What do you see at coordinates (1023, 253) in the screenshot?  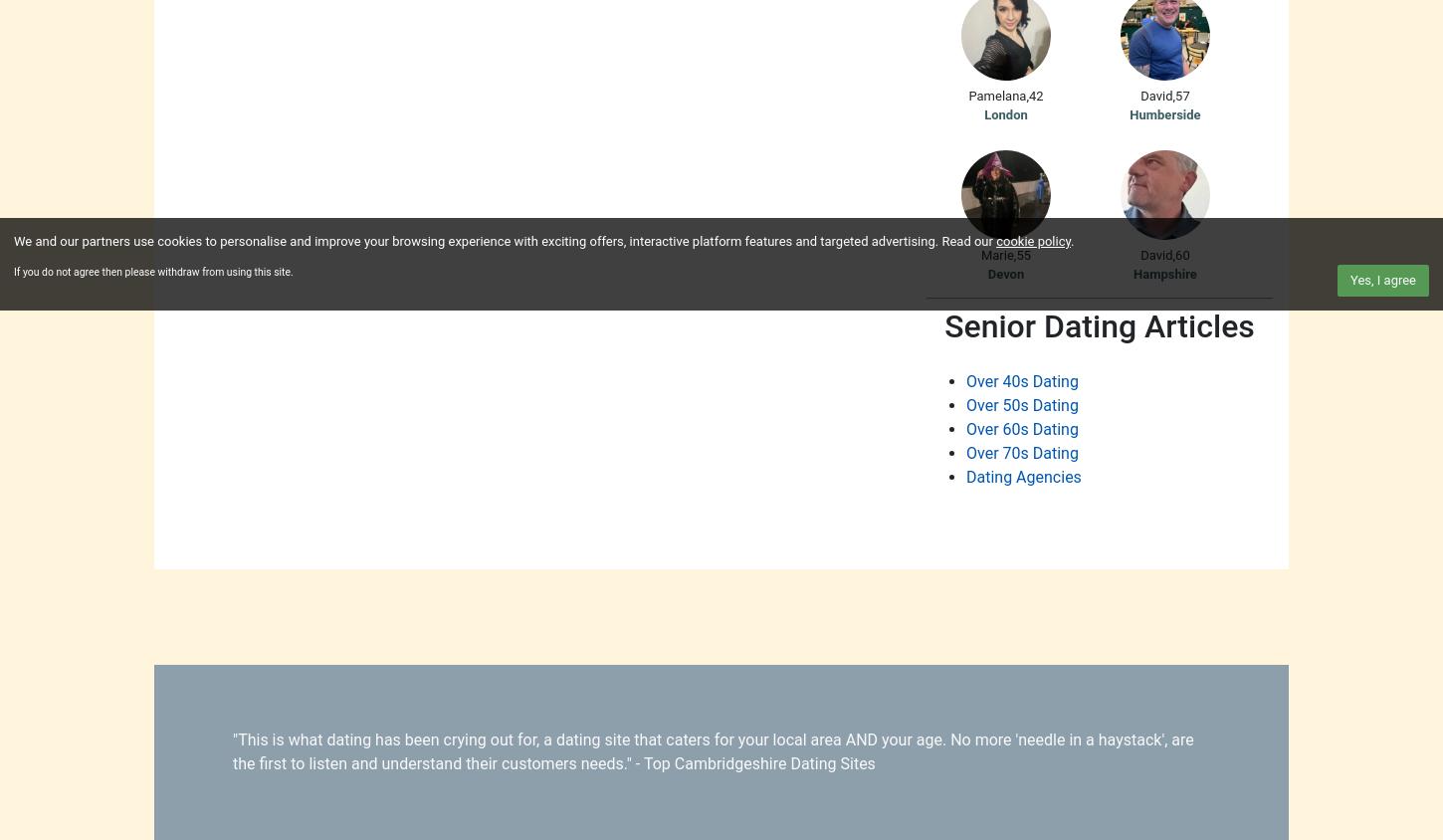 I see `'55'` at bounding box center [1023, 253].